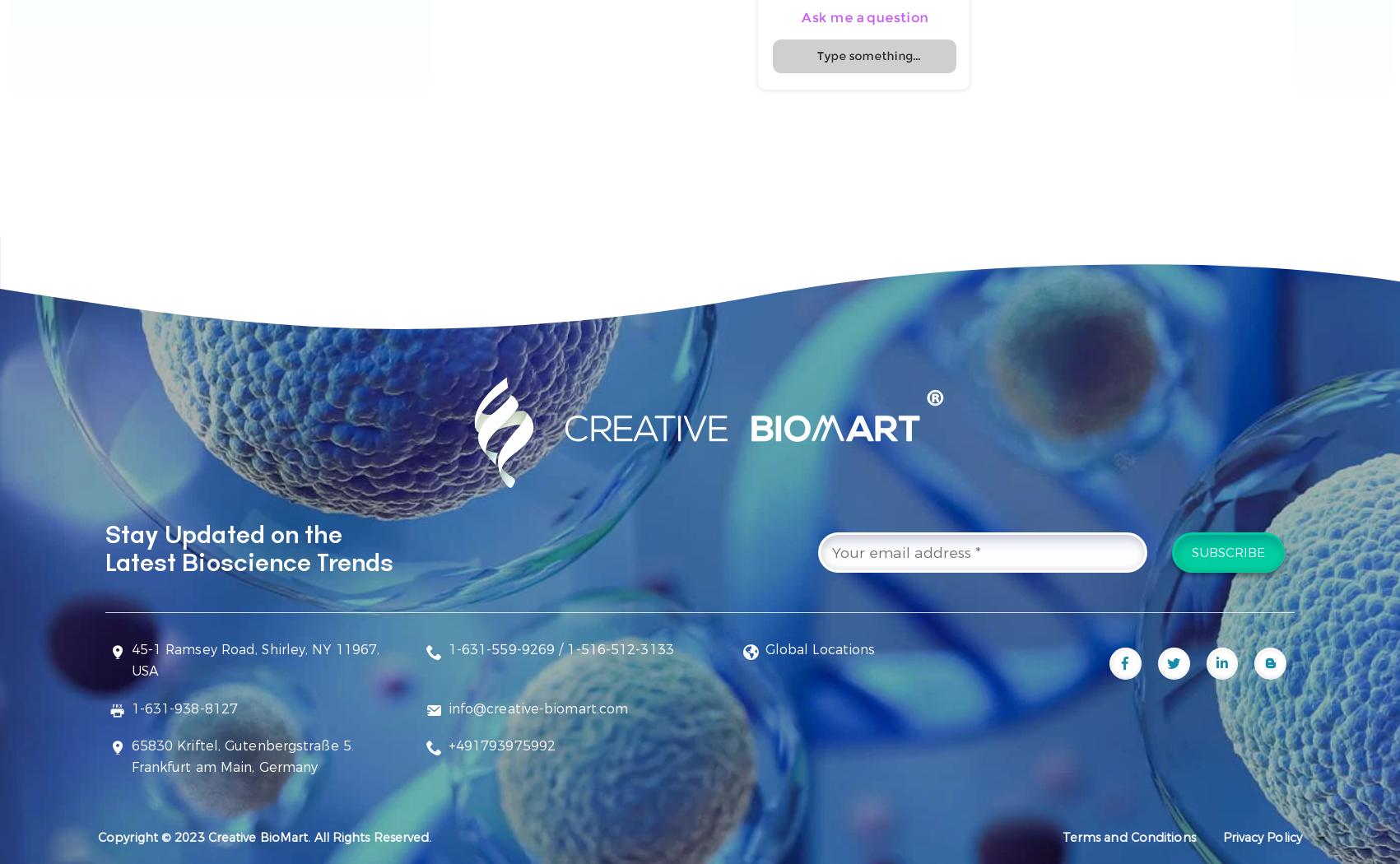 The width and height of the screenshot is (1400, 864). Describe the element at coordinates (500, 746) in the screenshot. I see `'+491793975992'` at that location.